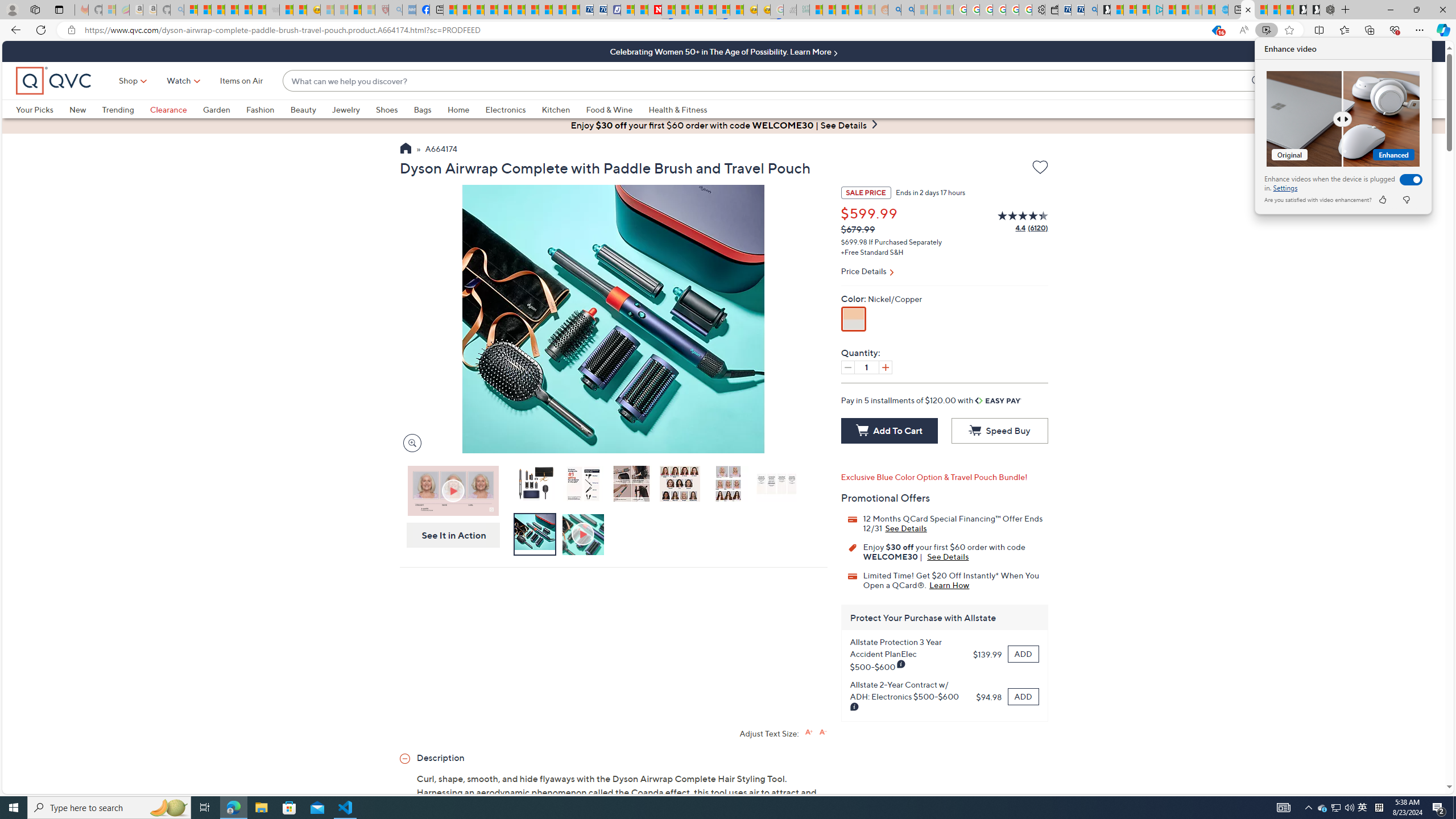 This screenshot has height=819, width=1456. Describe the element at coordinates (224, 109) in the screenshot. I see `'Garden'` at that location.